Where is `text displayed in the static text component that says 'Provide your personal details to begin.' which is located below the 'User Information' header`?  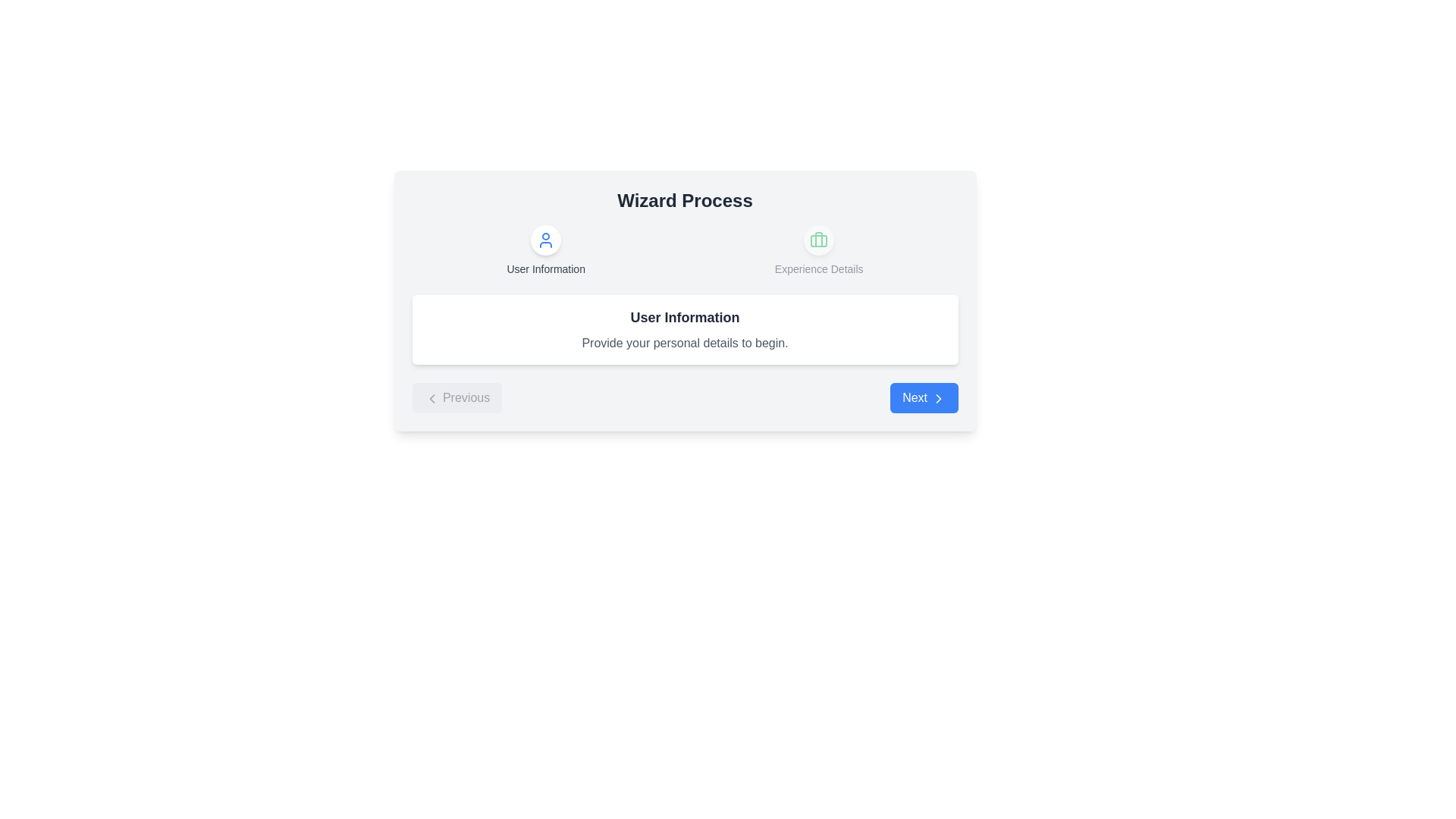
text displayed in the static text component that says 'Provide your personal details to begin.' which is located below the 'User Information' header is located at coordinates (684, 343).